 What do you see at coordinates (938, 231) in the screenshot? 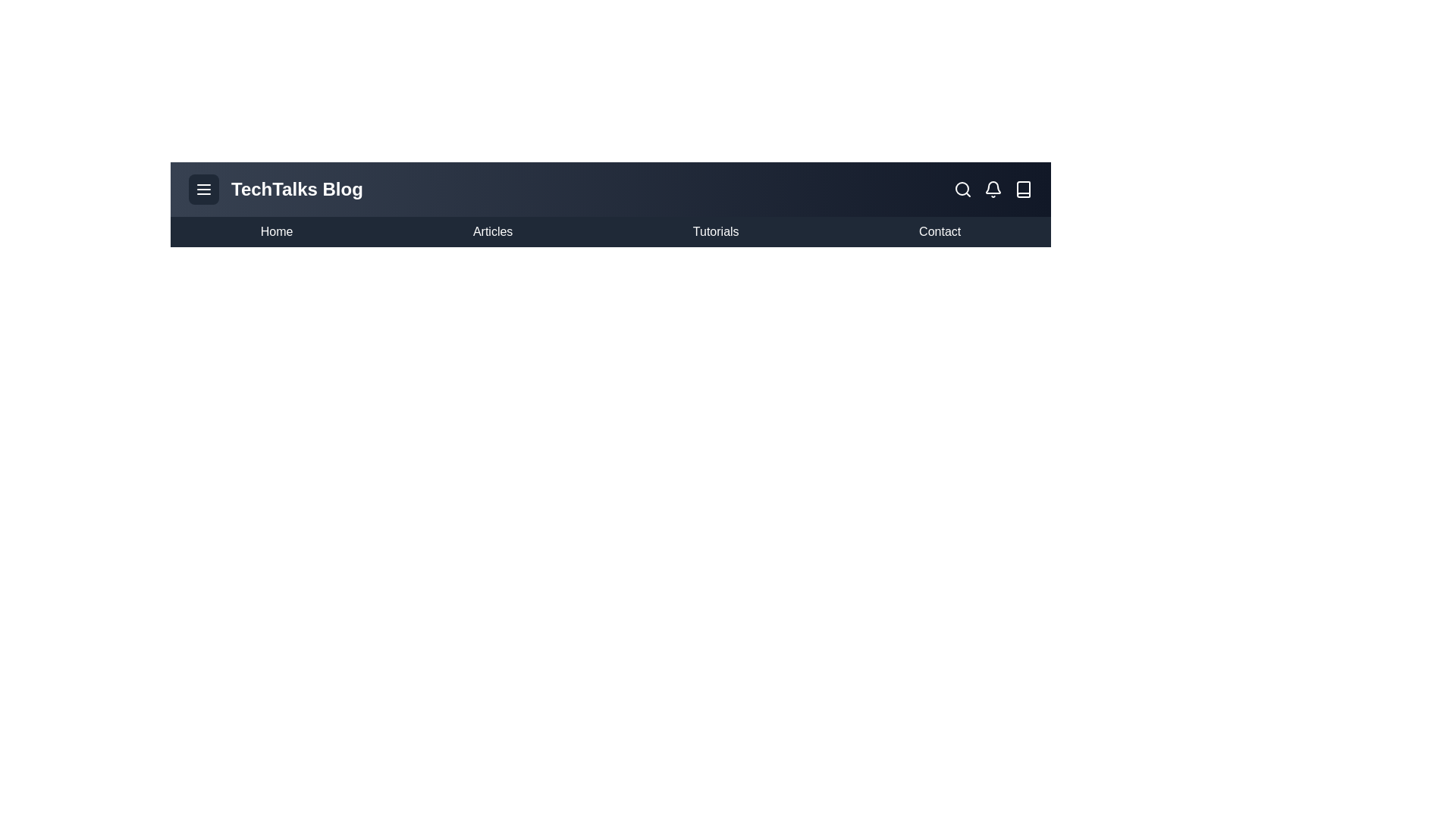
I see `the menu item Contact from the BlogAppBar` at bounding box center [938, 231].